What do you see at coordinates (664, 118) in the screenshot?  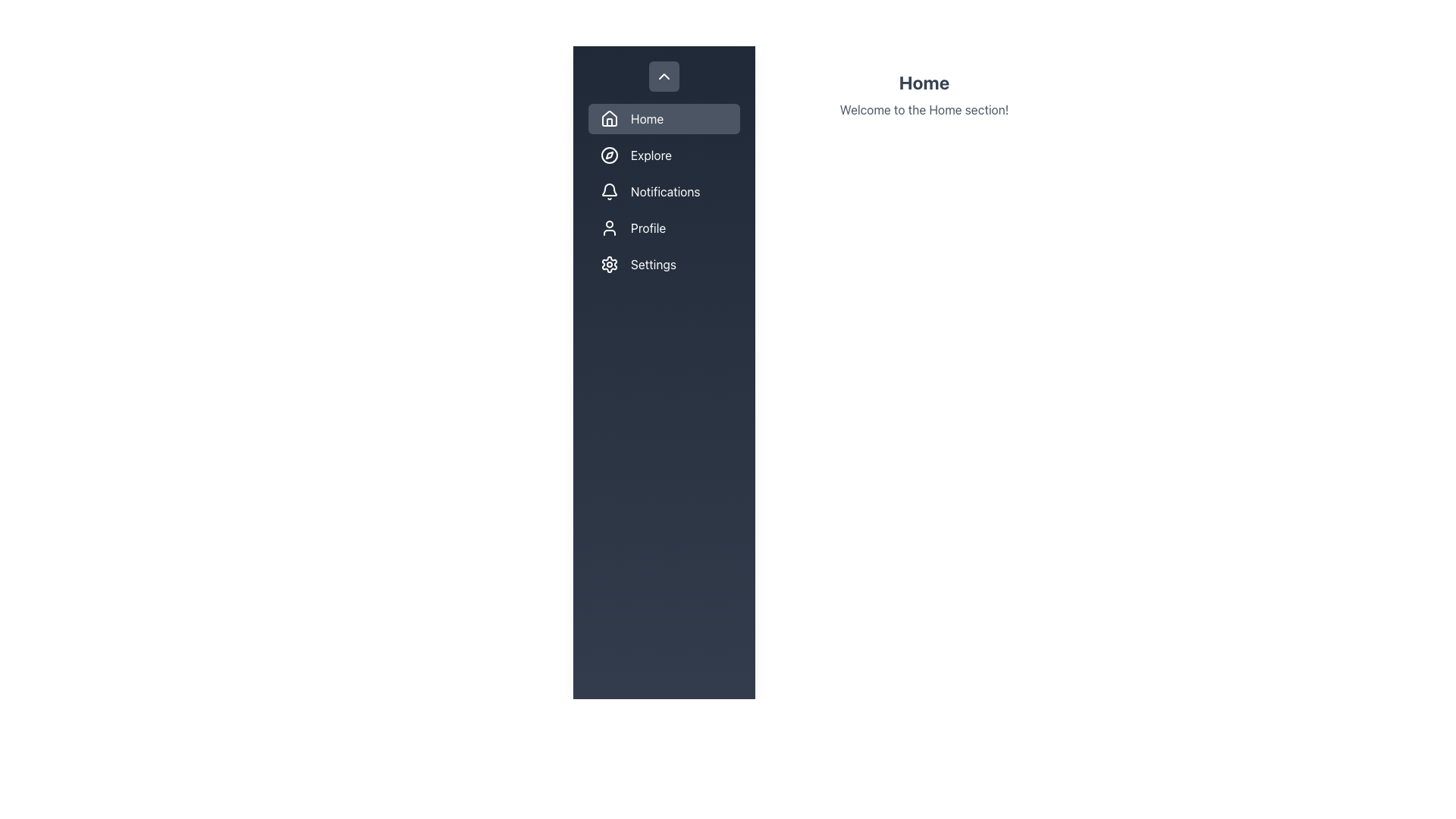 I see `the first button in the vertical list of navigation options in the left-side panel` at bounding box center [664, 118].